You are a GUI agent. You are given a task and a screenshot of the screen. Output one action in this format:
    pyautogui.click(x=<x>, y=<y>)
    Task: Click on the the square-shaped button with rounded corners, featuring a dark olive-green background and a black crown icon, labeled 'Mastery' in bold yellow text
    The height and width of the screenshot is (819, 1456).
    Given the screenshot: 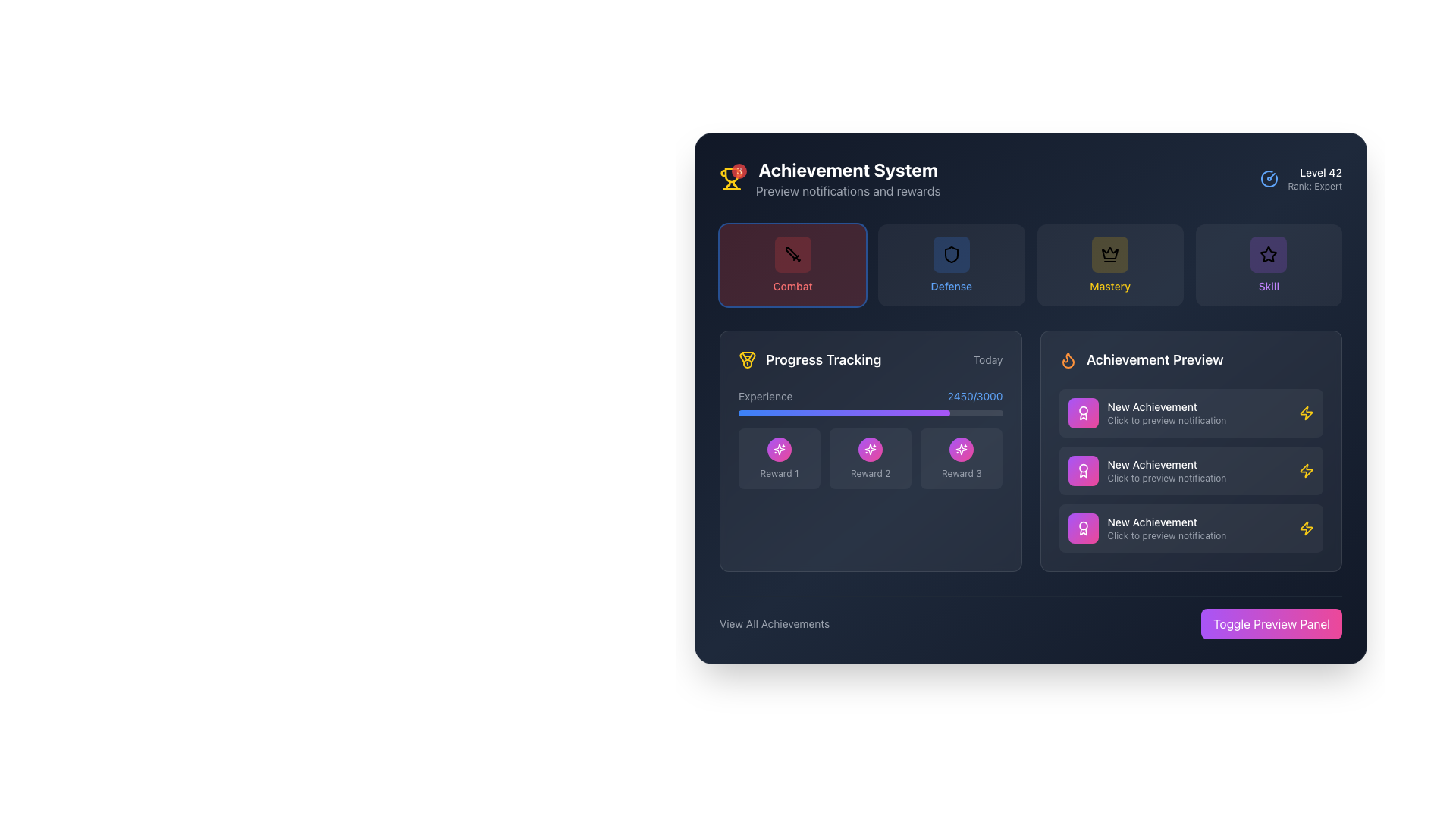 What is the action you would take?
    pyautogui.click(x=1110, y=265)
    